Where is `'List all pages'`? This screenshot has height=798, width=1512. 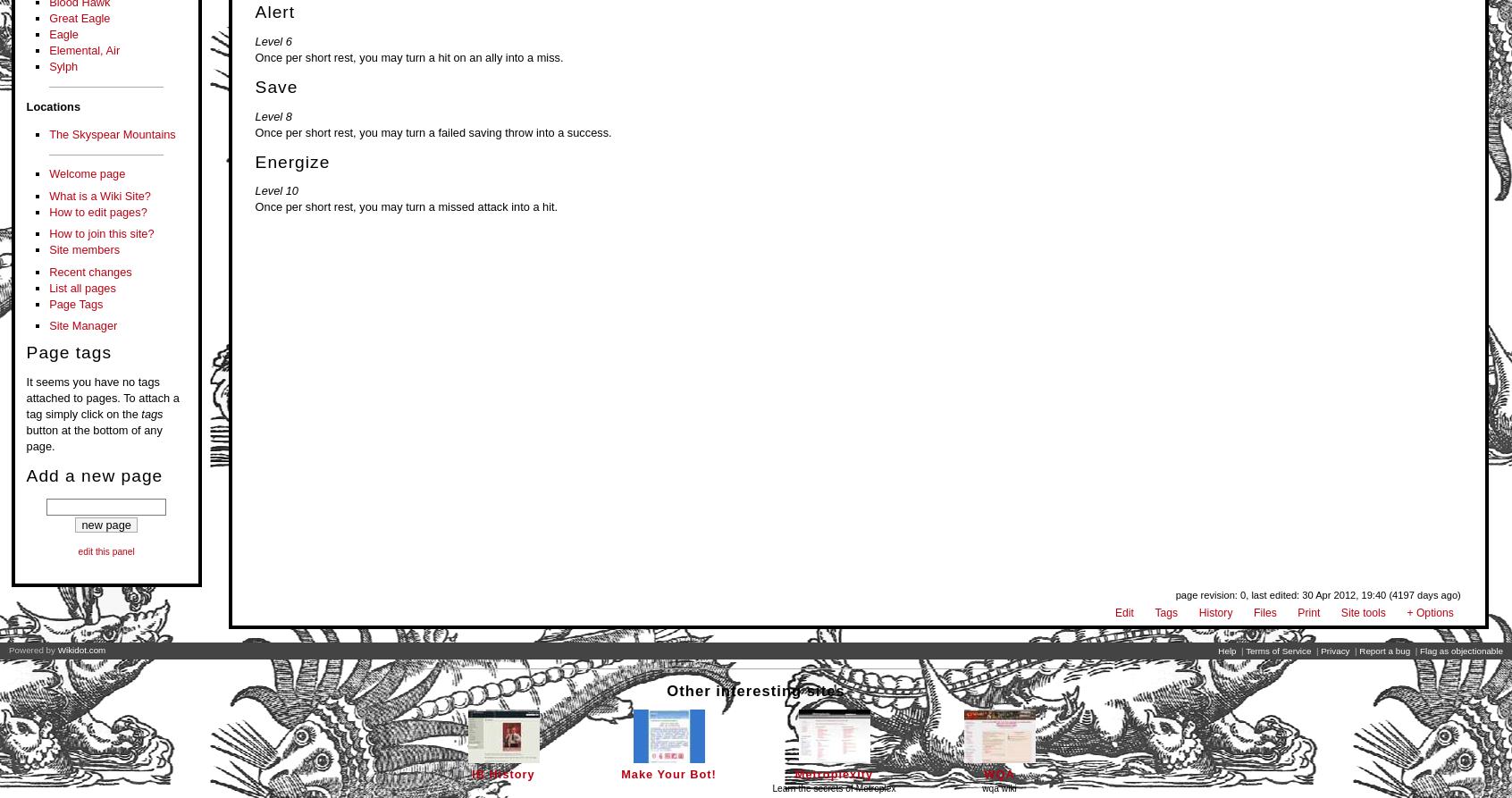 'List all pages' is located at coordinates (82, 287).